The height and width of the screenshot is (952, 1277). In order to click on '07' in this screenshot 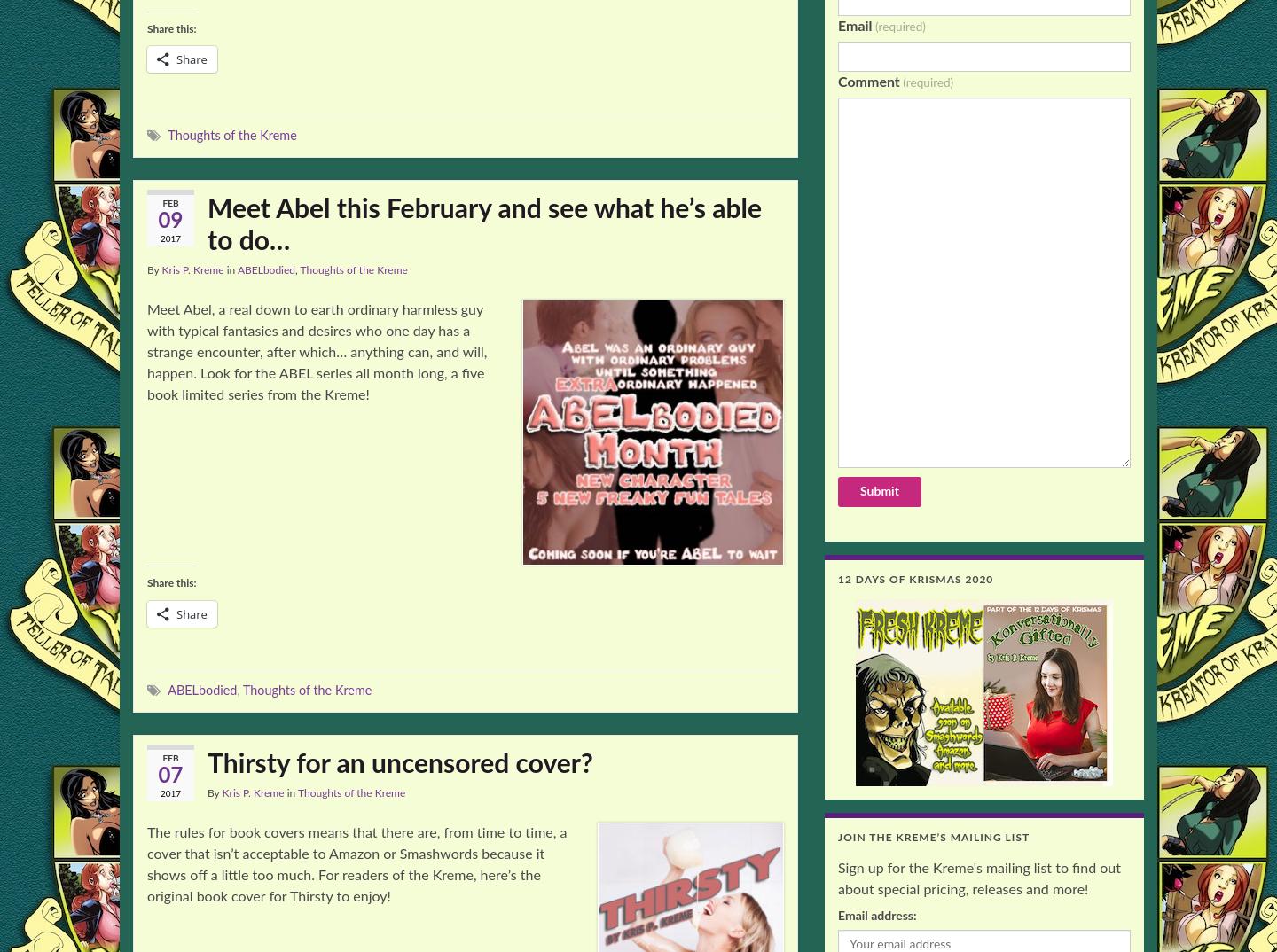, I will do `click(156, 774)`.